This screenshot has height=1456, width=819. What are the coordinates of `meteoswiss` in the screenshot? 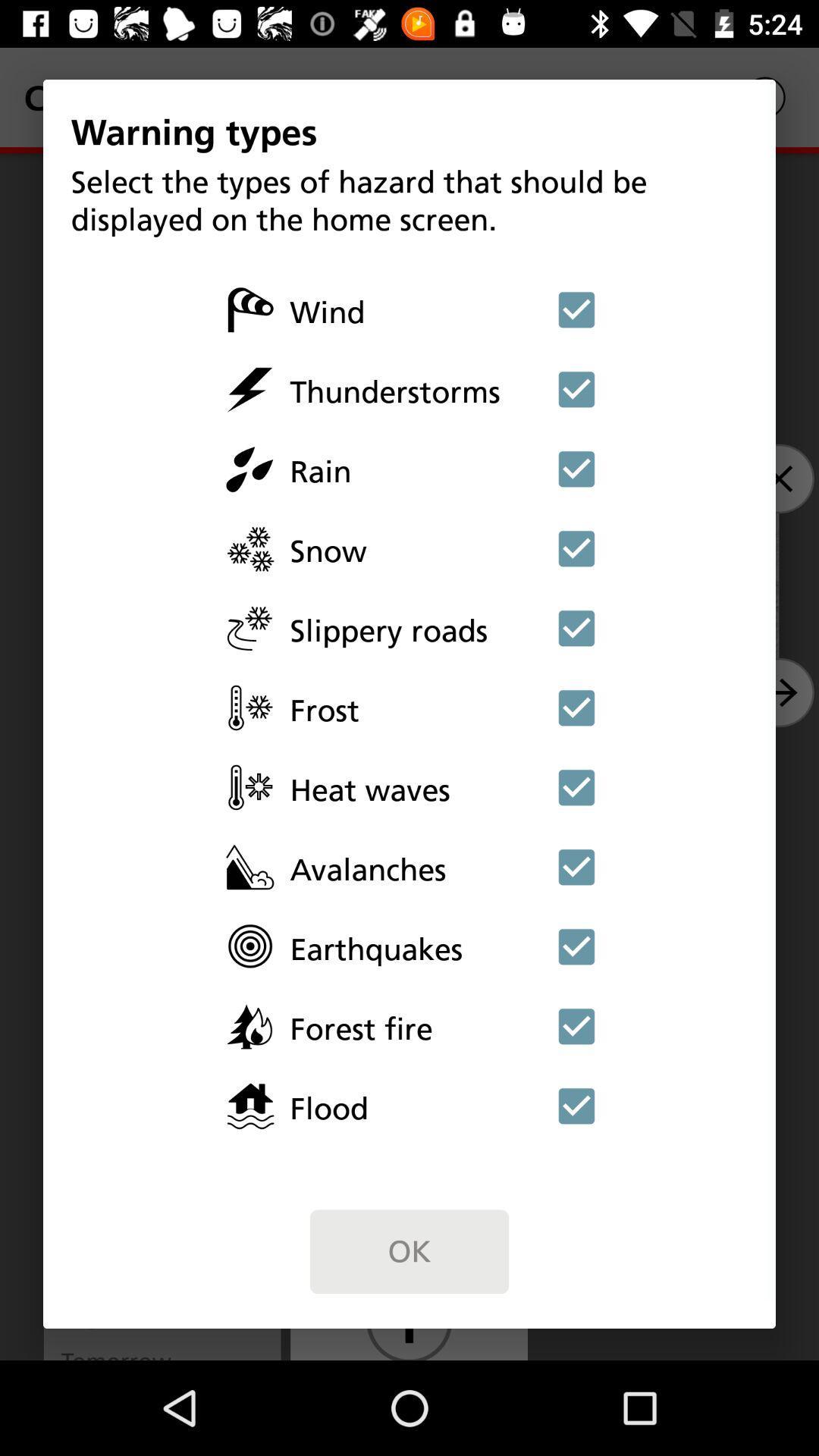 It's located at (576, 389).